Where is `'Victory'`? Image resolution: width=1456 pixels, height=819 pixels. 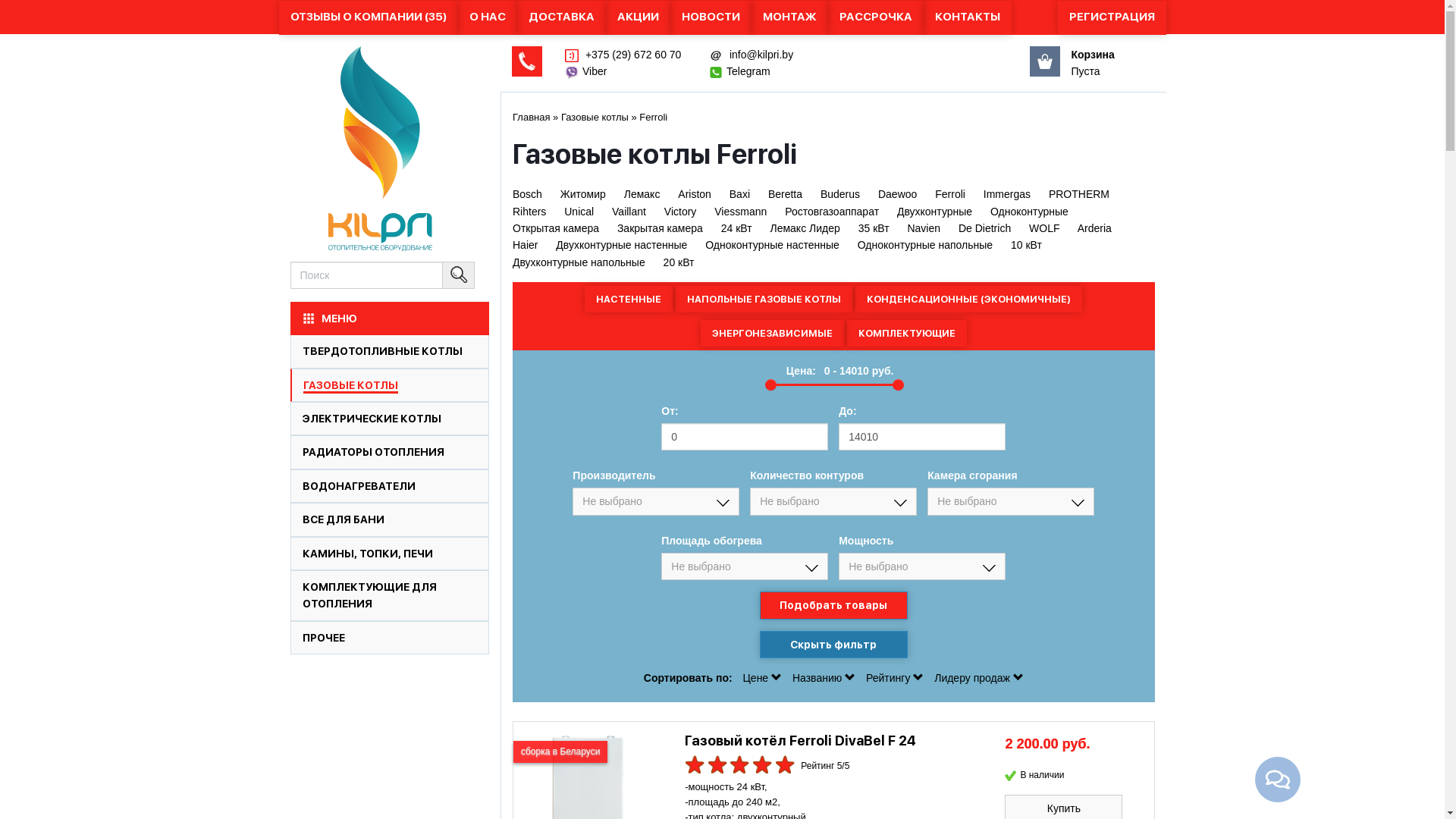 'Victory' is located at coordinates (679, 211).